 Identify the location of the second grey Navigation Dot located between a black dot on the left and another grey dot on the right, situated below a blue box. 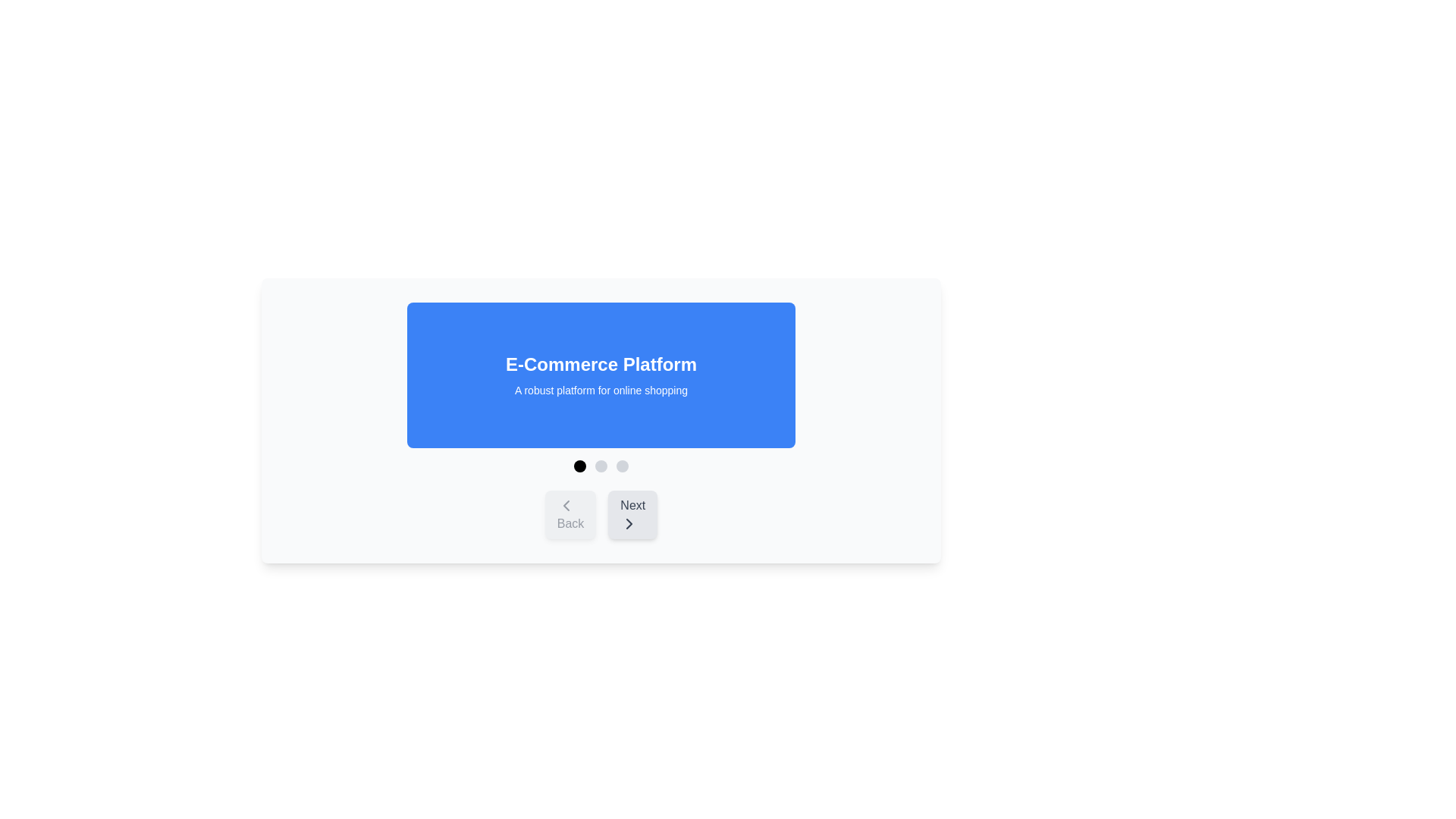
(600, 465).